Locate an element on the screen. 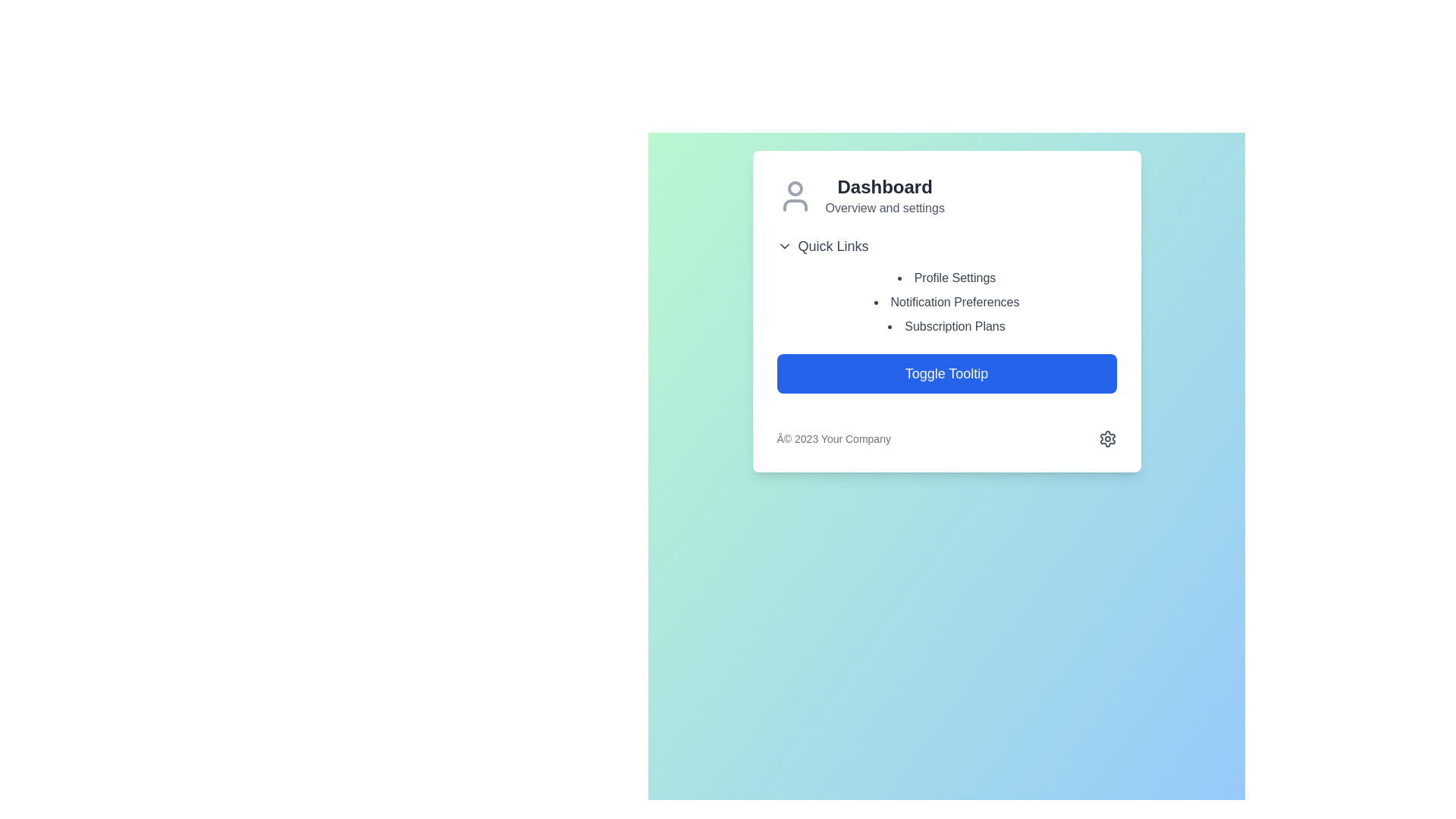  the 'Quick Links' dropdown menu items is located at coordinates (946, 286).